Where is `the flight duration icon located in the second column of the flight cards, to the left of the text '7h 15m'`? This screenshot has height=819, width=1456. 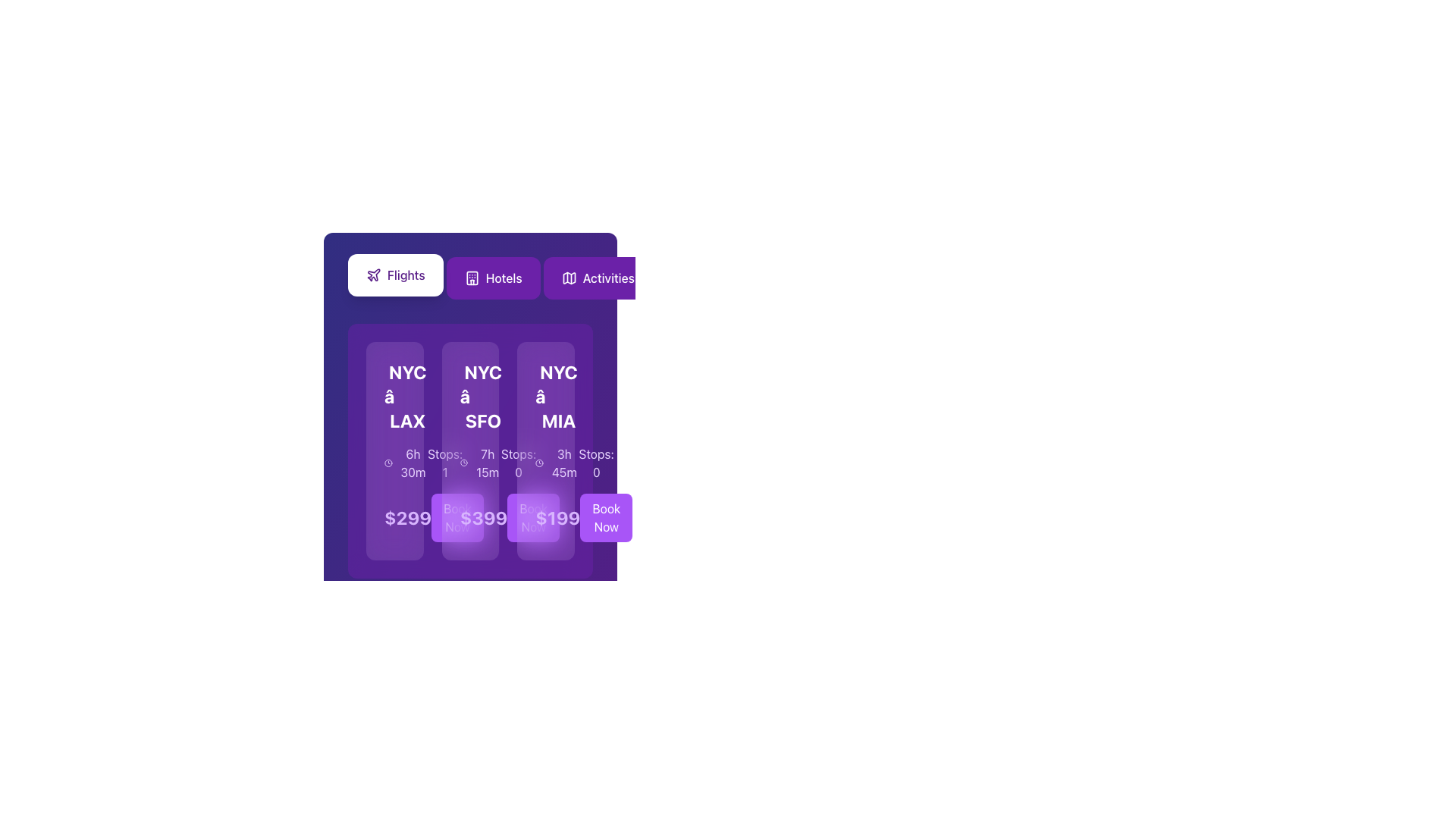
the flight duration icon located in the second column of the flight cards, to the left of the text '7h 15m' is located at coordinates (463, 462).